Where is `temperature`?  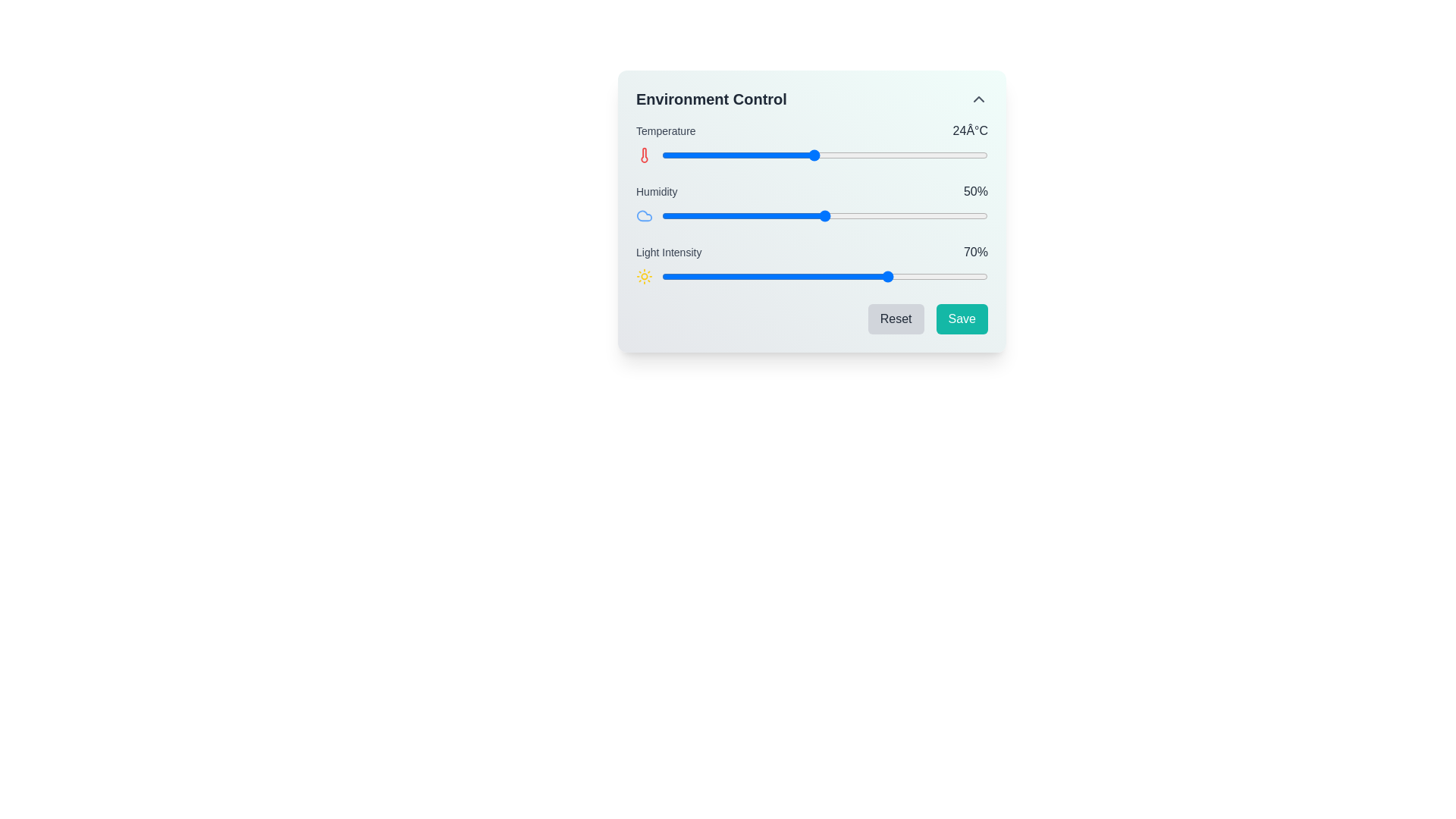 temperature is located at coordinates (835, 155).